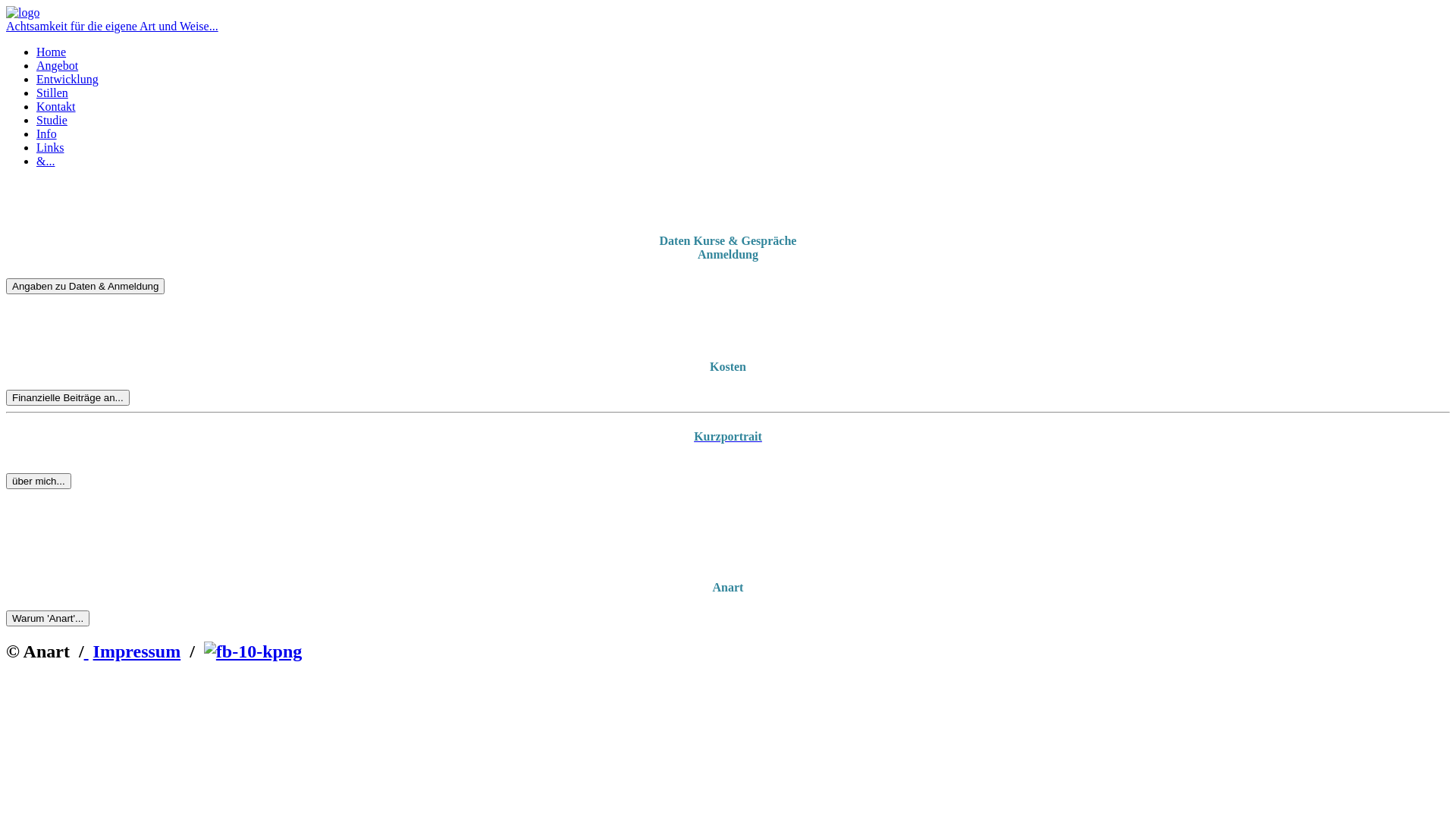  What do you see at coordinates (36, 79) in the screenshot?
I see `'Entwicklung'` at bounding box center [36, 79].